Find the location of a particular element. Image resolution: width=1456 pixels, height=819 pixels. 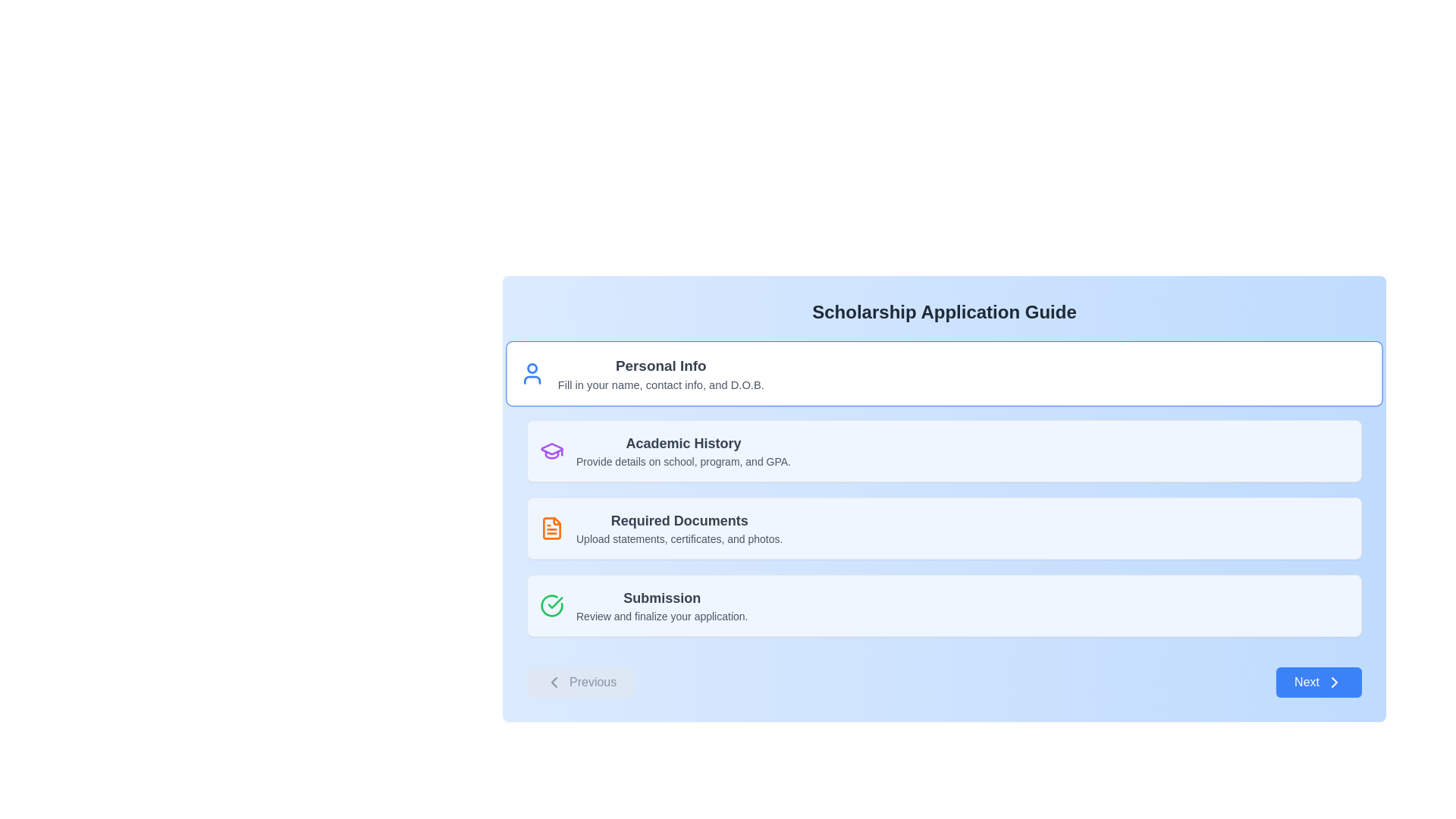

the 'Next' button with a blue background and white text, located at the bottom-right corner of the navigation group is located at coordinates (1318, 681).